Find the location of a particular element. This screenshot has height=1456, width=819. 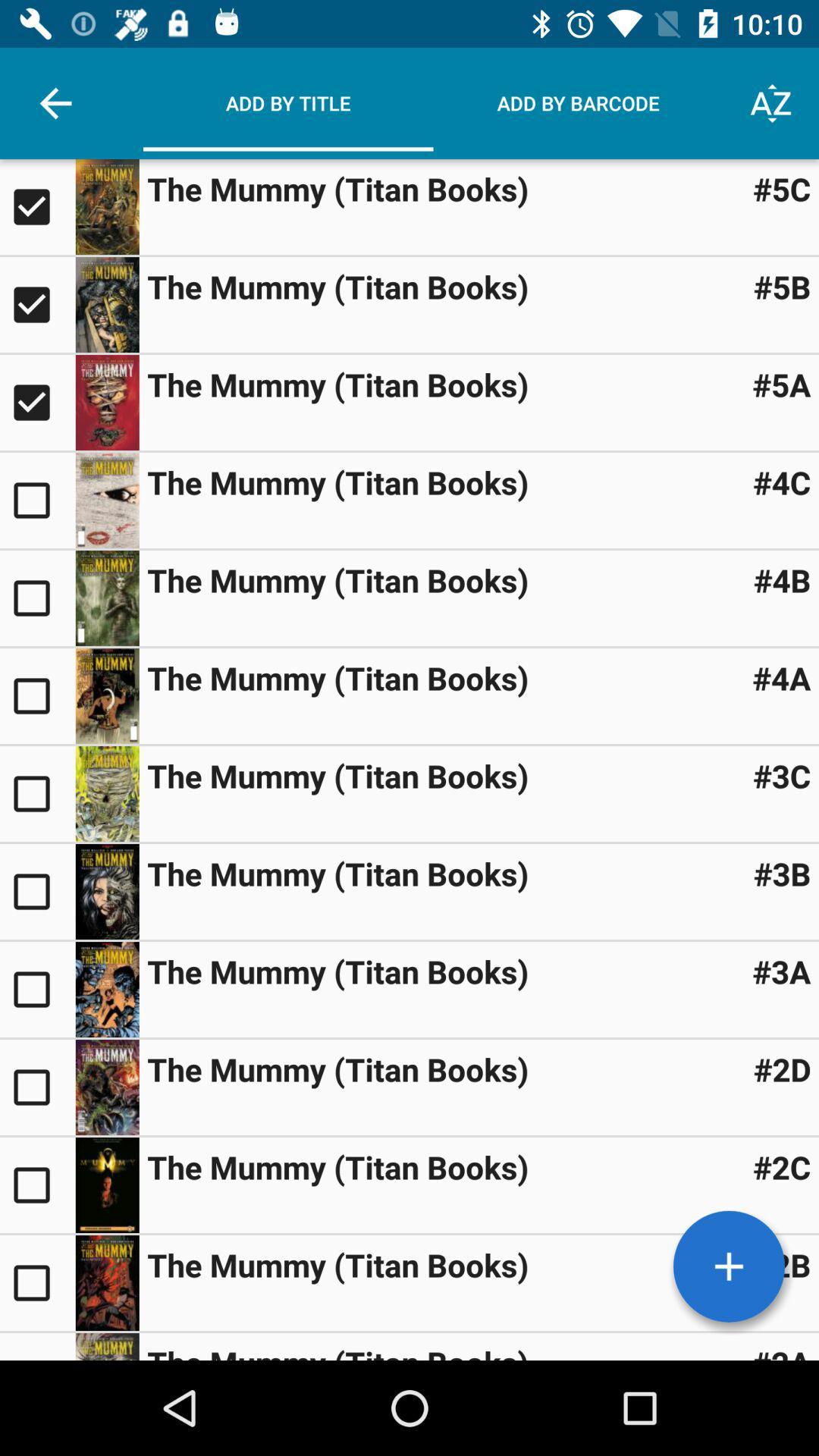

option is located at coordinates (36, 695).